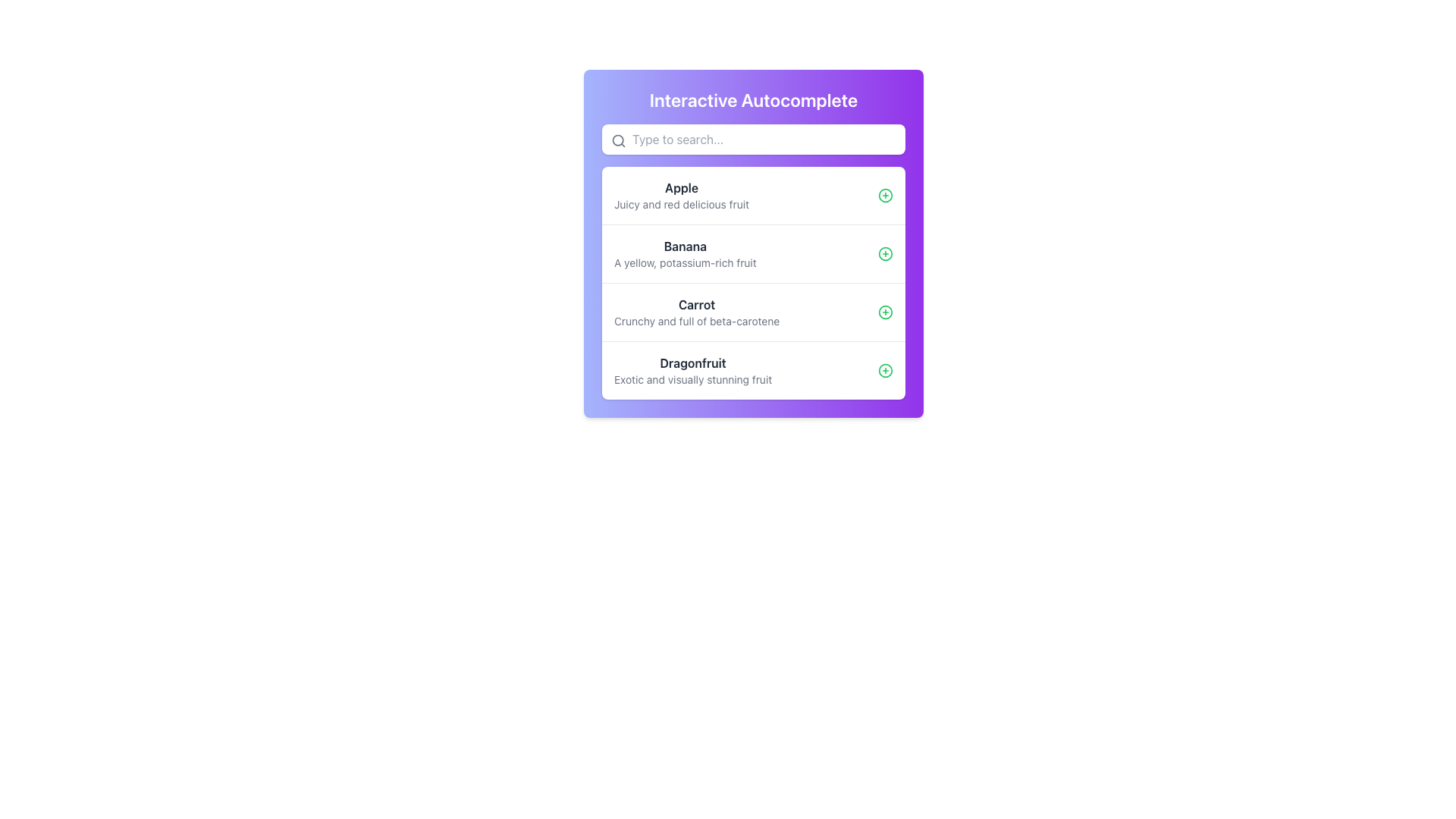 Image resolution: width=1456 pixels, height=819 pixels. Describe the element at coordinates (885, 371) in the screenshot. I see `the circular green plus icon located at the far right of the 'Dragonfruit' entry in the autocomplete list` at that location.